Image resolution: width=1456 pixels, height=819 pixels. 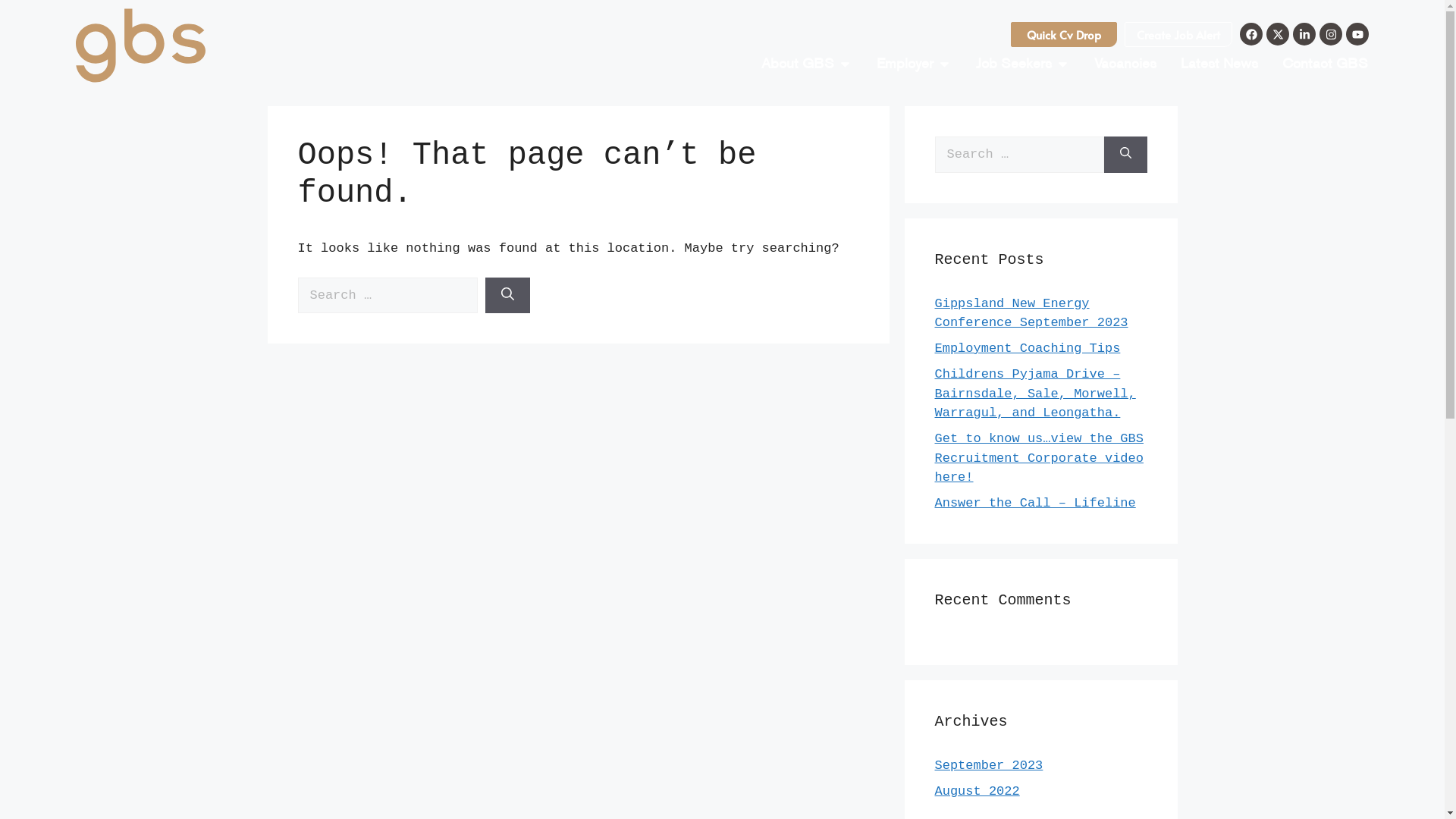 I want to click on 'September 2023', so click(x=988, y=765).